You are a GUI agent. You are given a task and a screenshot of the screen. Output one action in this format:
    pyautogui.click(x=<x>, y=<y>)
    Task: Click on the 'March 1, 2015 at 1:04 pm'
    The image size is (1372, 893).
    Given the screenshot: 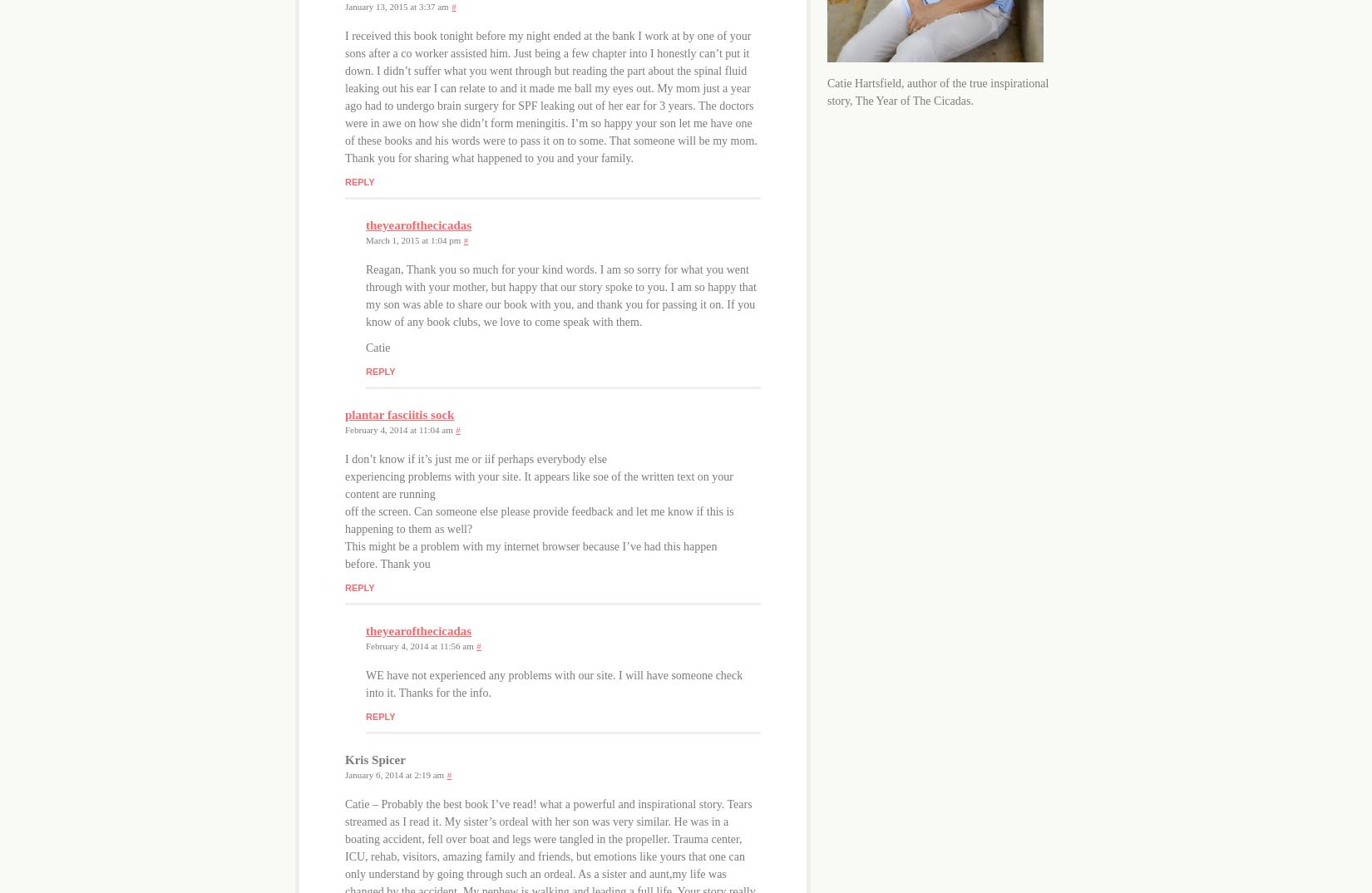 What is the action you would take?
    pyautogui.click(x=365, y=239)
    